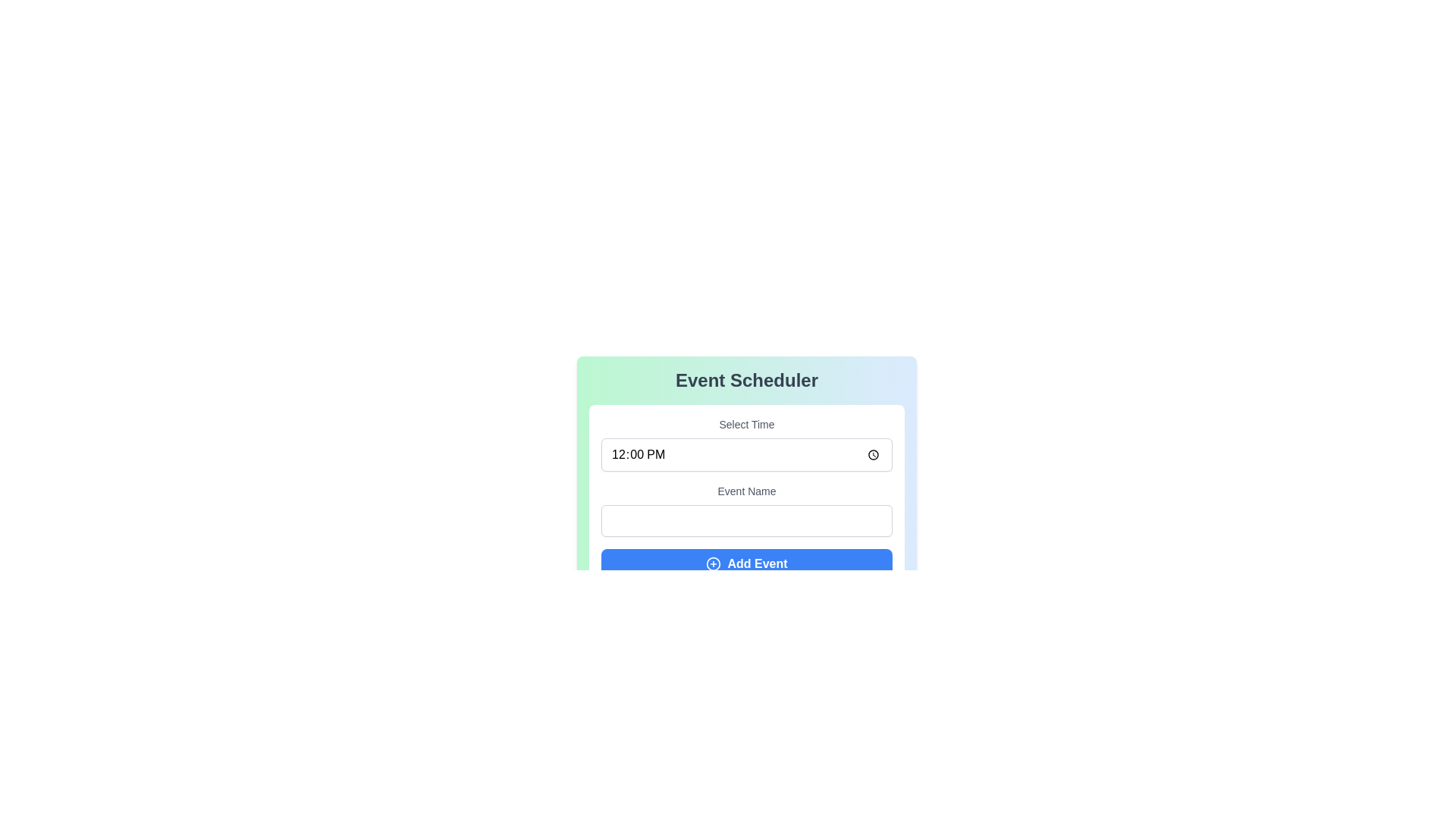 The image size is (1456, 819). I want to click on the 'Event Name' label, which is a medium gray text label positioned above the associated text input box and below the 'Select Time' label, so click(746, 491).